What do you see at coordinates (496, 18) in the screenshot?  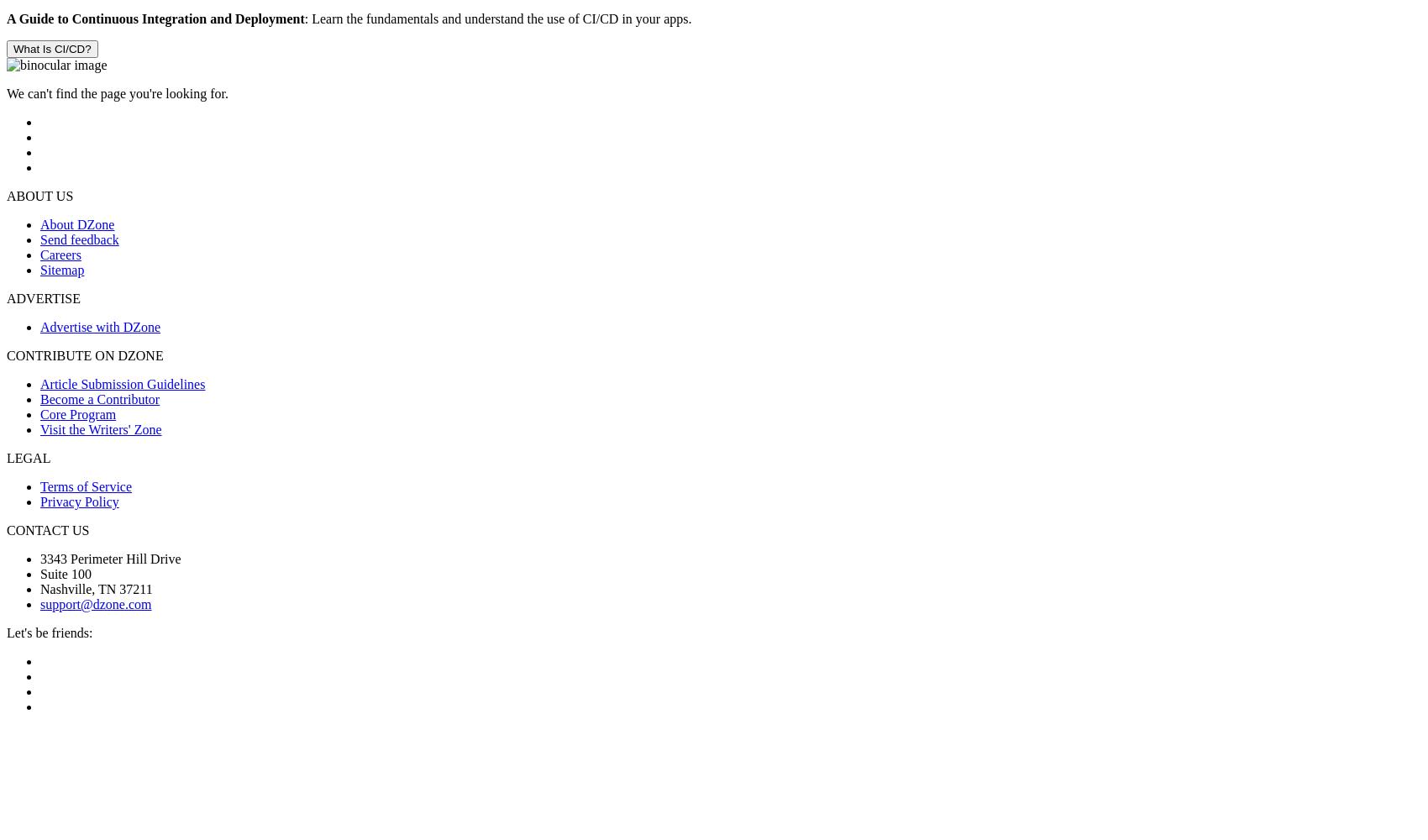 I see `': Learn the fundamentals and understand the use of CI/CD in your apps.'` at bounding box center [496, 18].